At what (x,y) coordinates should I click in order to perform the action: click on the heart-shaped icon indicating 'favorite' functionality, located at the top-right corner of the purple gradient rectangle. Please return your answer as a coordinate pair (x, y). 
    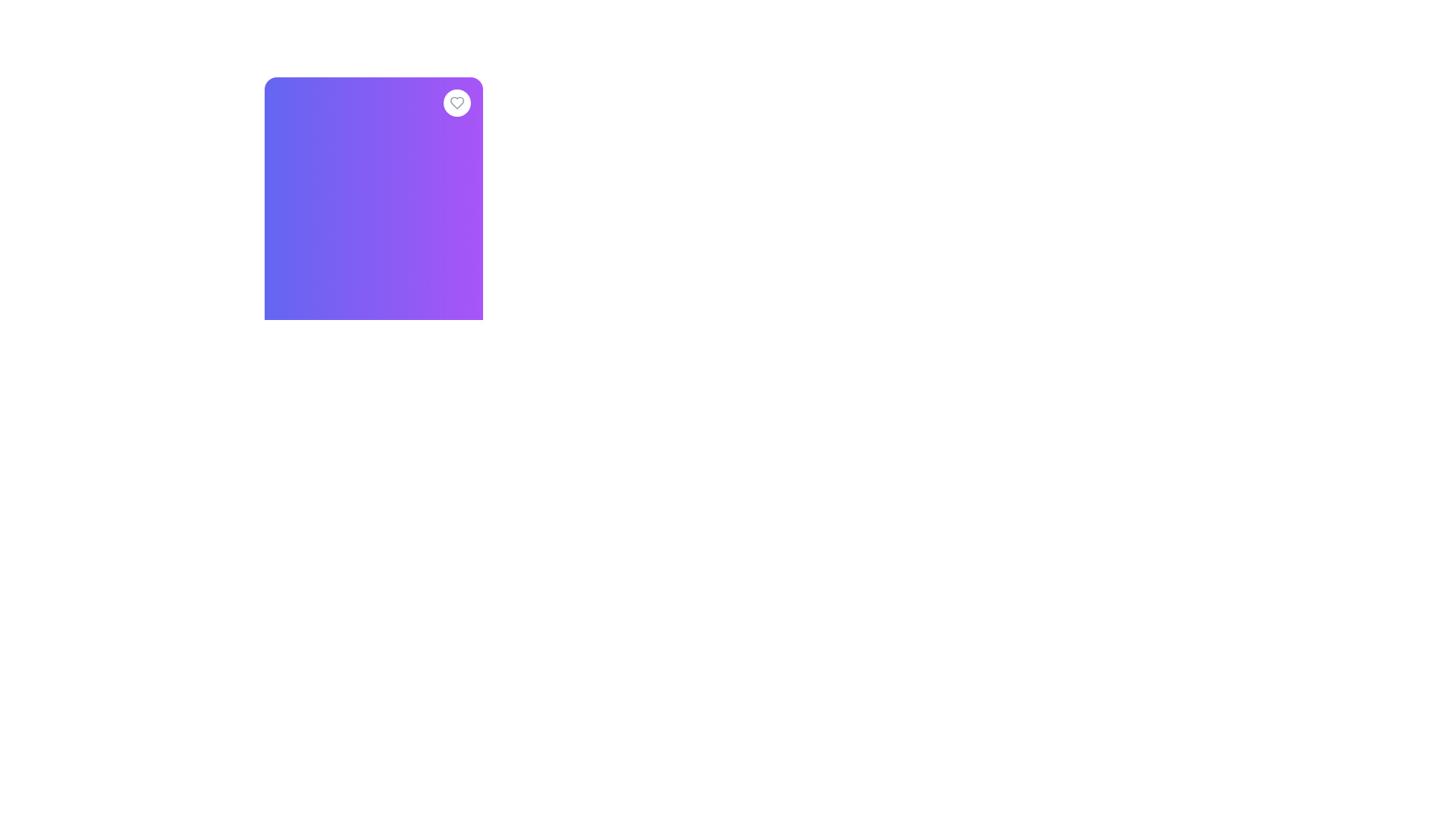
    Looking at the image, I should click on (457, 102).